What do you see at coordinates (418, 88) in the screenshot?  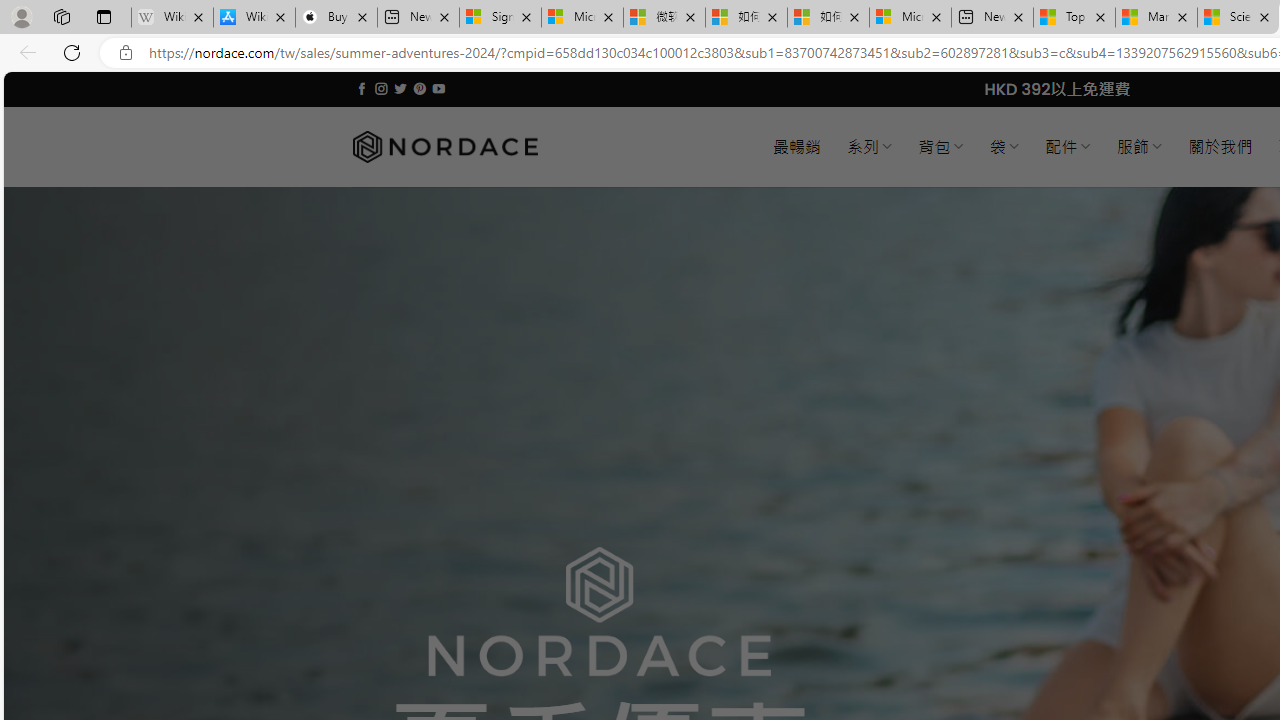 I see `'Follow on Pinterest'` at bounding box center [418, 88].